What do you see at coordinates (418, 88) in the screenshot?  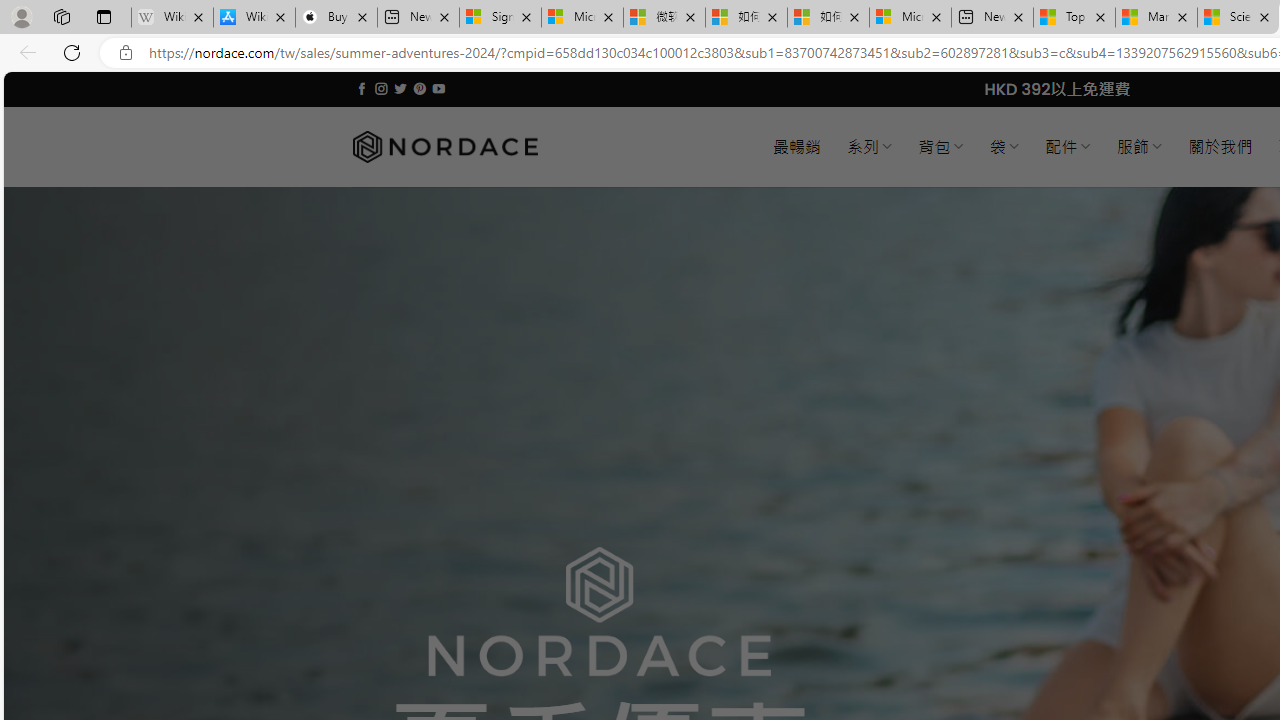 I see `'Follow on Pinterest'` at bounding box center [418, 88].